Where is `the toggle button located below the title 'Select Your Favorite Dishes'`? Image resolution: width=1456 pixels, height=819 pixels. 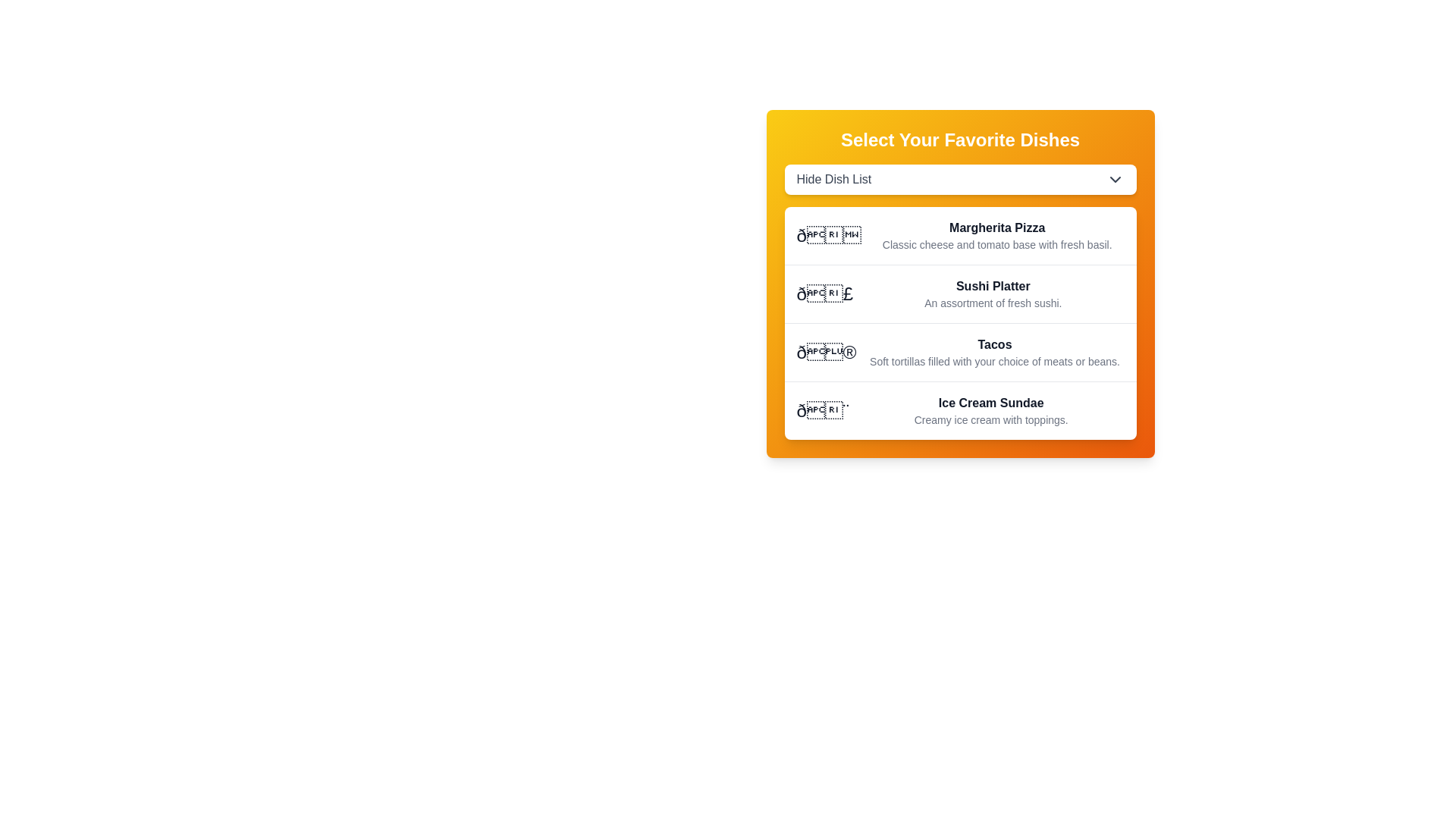 the toggle button located below the title 'Select Your Favorite Dishes' is located at coordinates (959, 178).